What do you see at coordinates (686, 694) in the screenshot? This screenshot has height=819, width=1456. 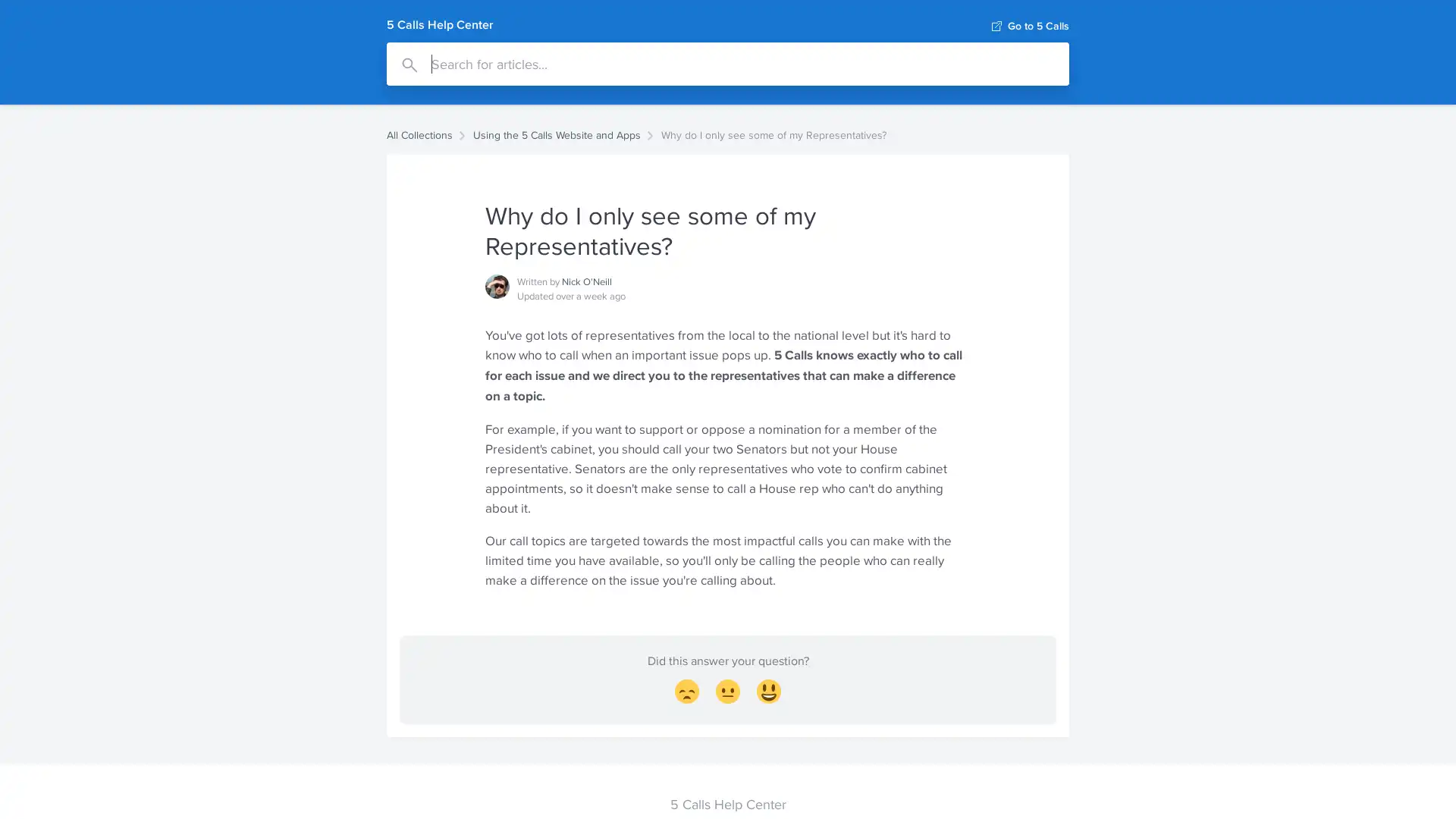 I see `Disappointed Reaction` at bounding box center [686, 694].